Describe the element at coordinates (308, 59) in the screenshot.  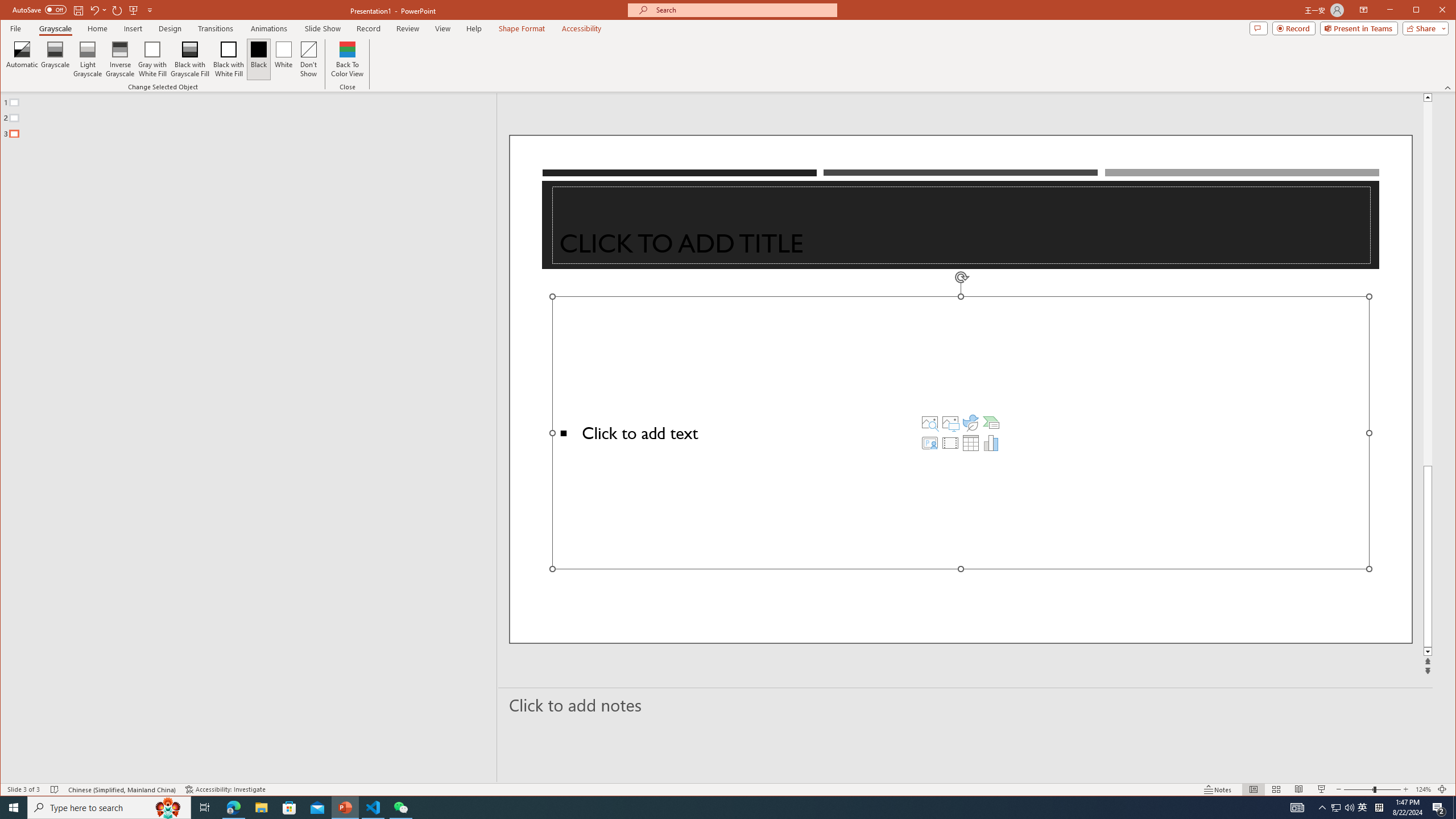
I see `'Don'` at that location.